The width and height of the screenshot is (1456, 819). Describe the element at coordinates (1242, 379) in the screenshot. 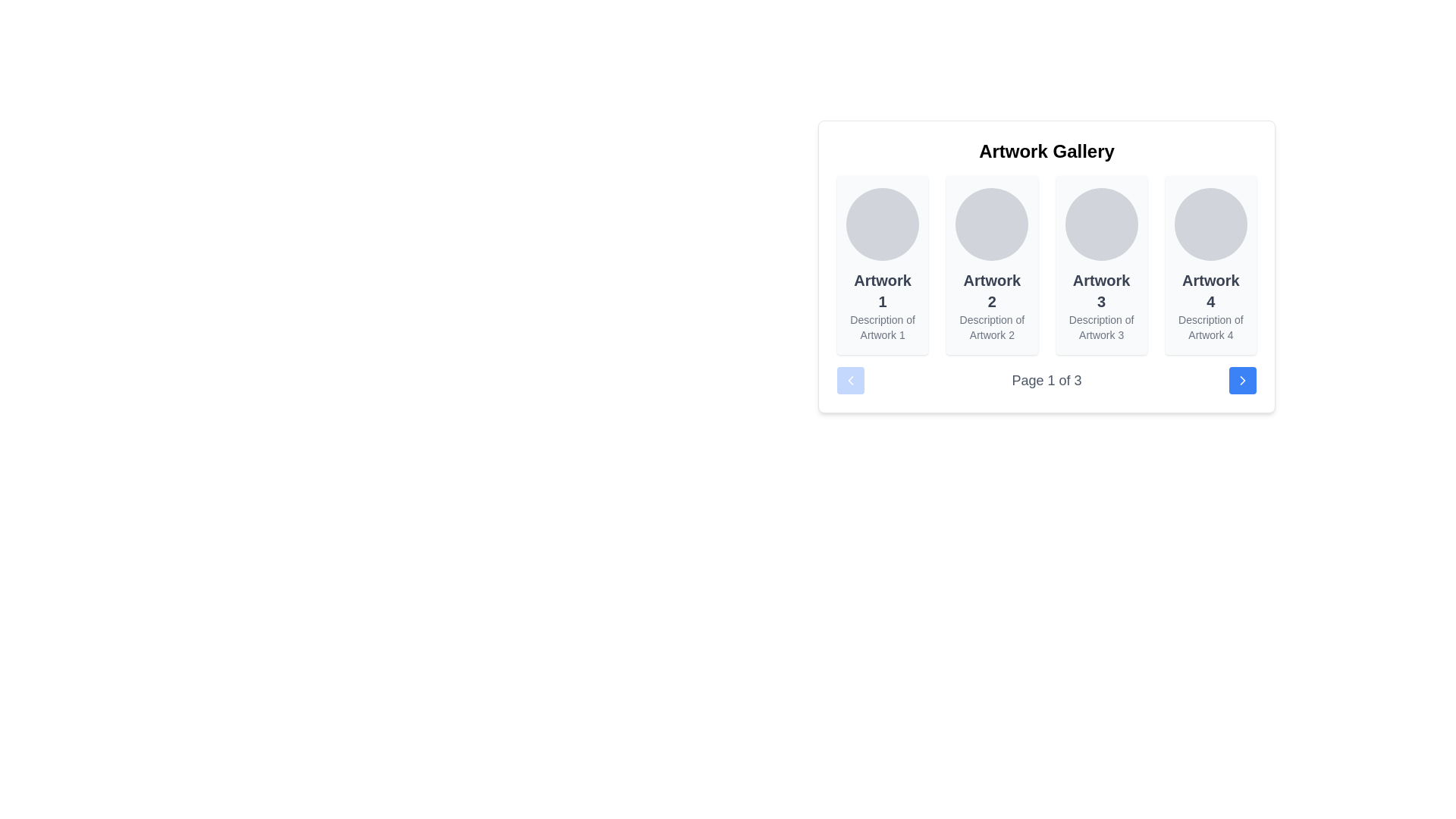

I see `the rightmost navigation button that allows moving to the next page in the paginated interface to observe the hover effect` at that location.